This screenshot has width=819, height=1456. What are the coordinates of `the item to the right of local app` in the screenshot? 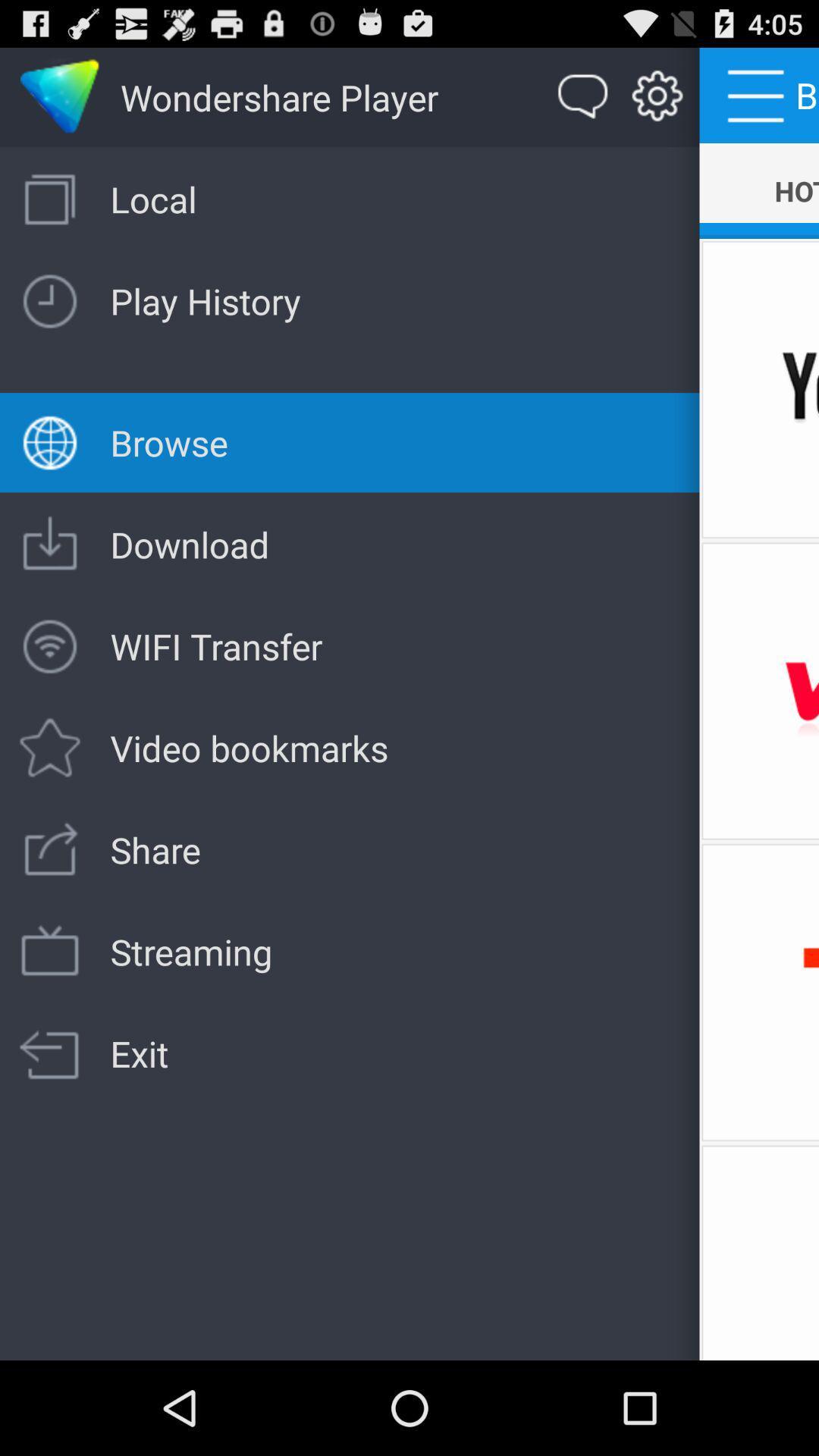 It's located at (759, 190).